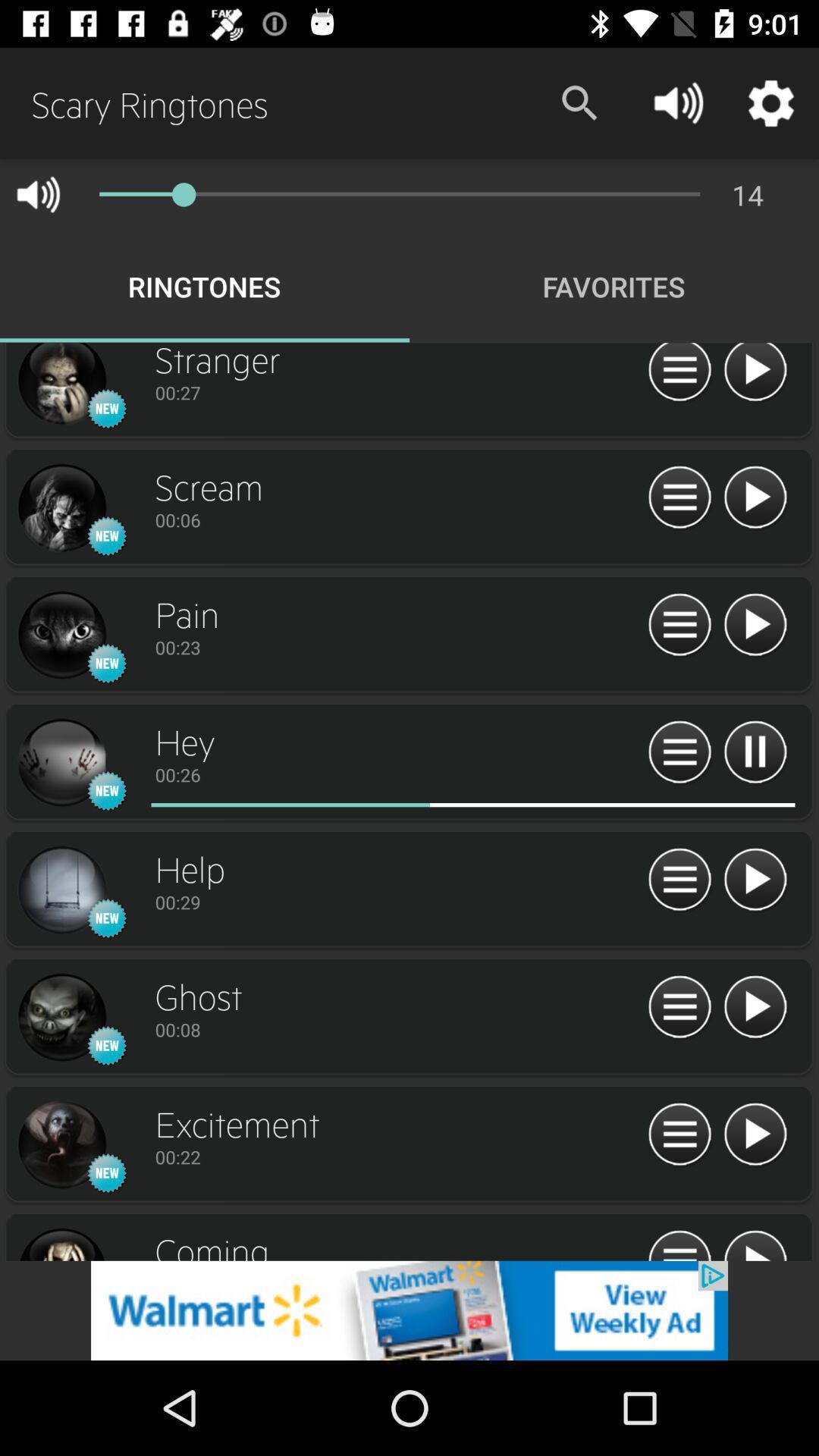  What do you see at coordinates (679, 880) in the screenshot?
I see `open the sub-menu for this ringtone` at bounding box center [679, 880].